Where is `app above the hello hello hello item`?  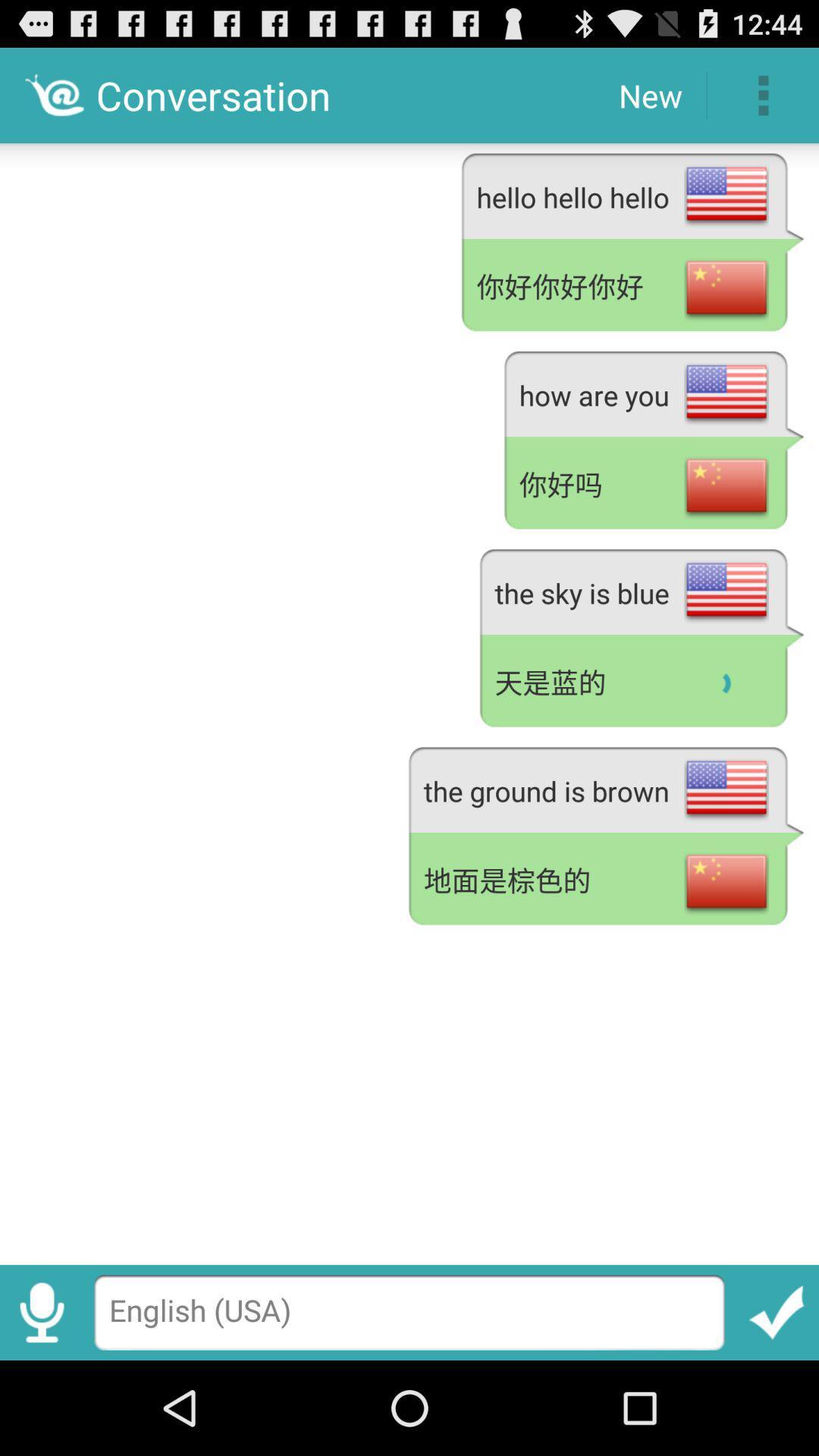
app above the hello hello hello item is located at coordinates (763, 94).